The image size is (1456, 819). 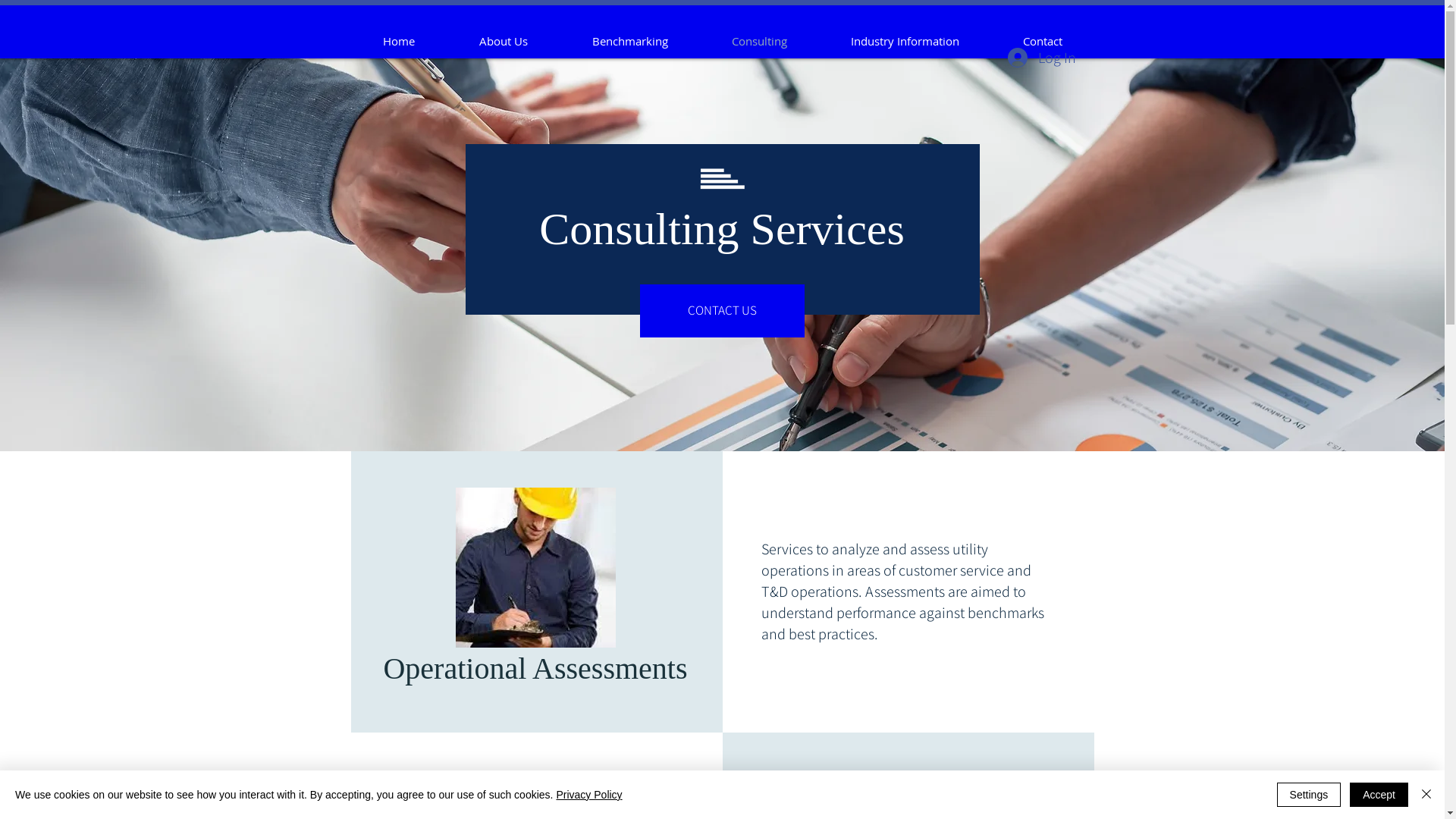 I want to click on 'Settings', so click(x=1308, y=794).